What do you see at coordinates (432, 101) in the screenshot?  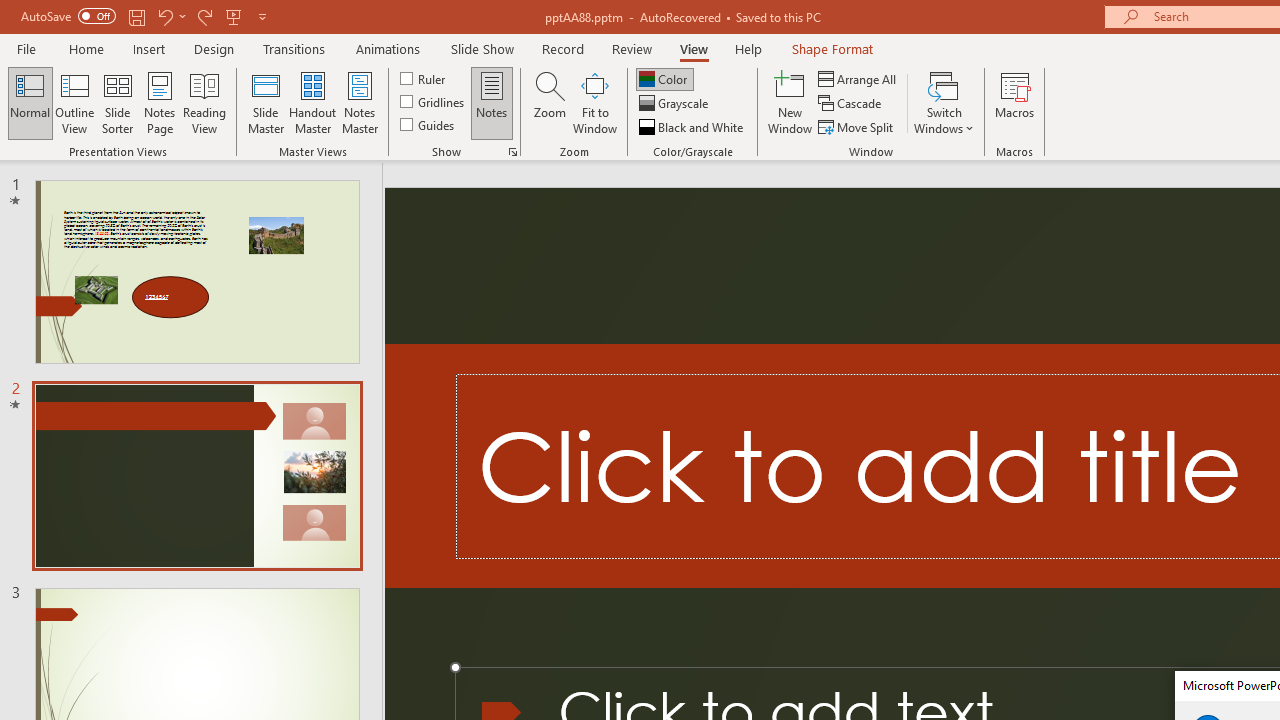 I see `'Gridlines'` at bounding box center [432, 101].